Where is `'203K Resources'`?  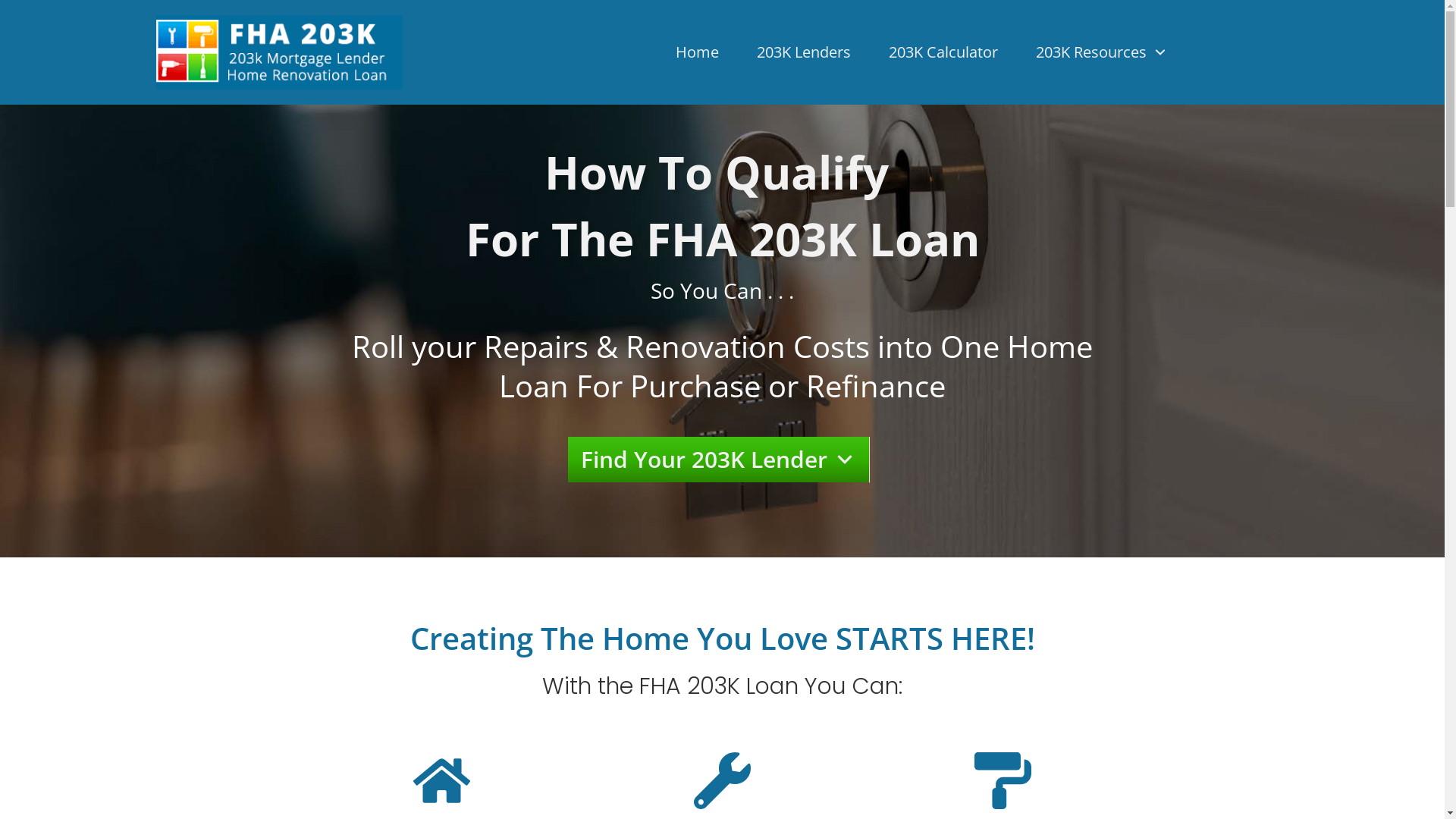 '203K Resources' is located at coordinates (1102, 52).